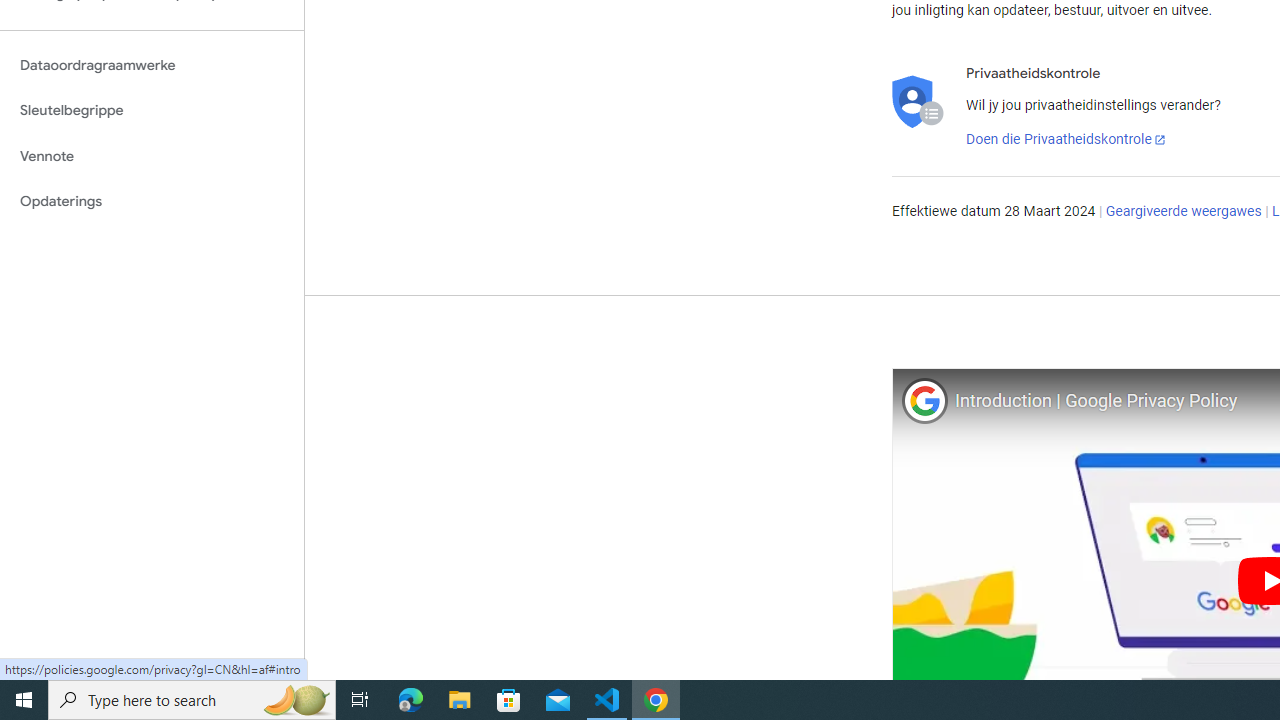  Describe the element at coordinates (1183, 212) in the screenshot. I see `'Geargiveerde weergawes'` at that location.